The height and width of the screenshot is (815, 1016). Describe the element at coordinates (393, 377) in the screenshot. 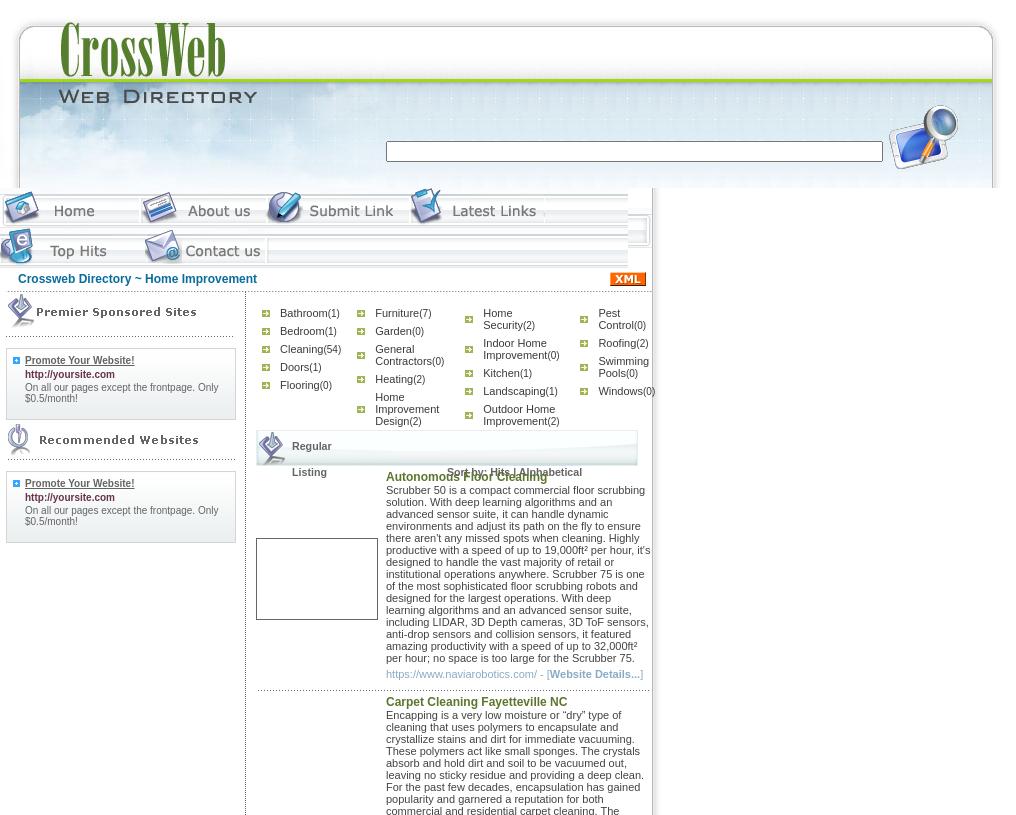

I see `'Heating'` at that location.